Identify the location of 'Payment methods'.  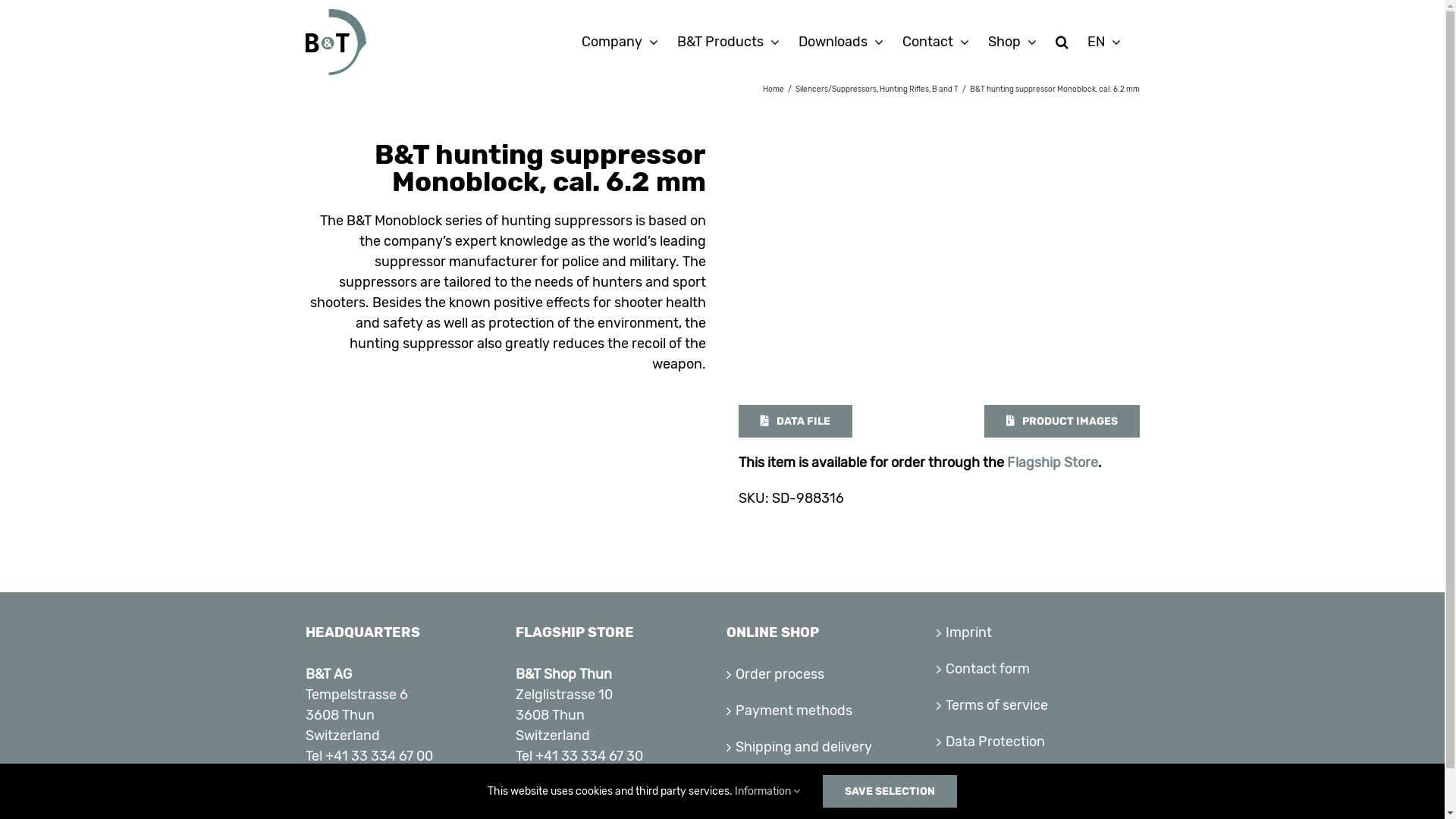
(735, 711).